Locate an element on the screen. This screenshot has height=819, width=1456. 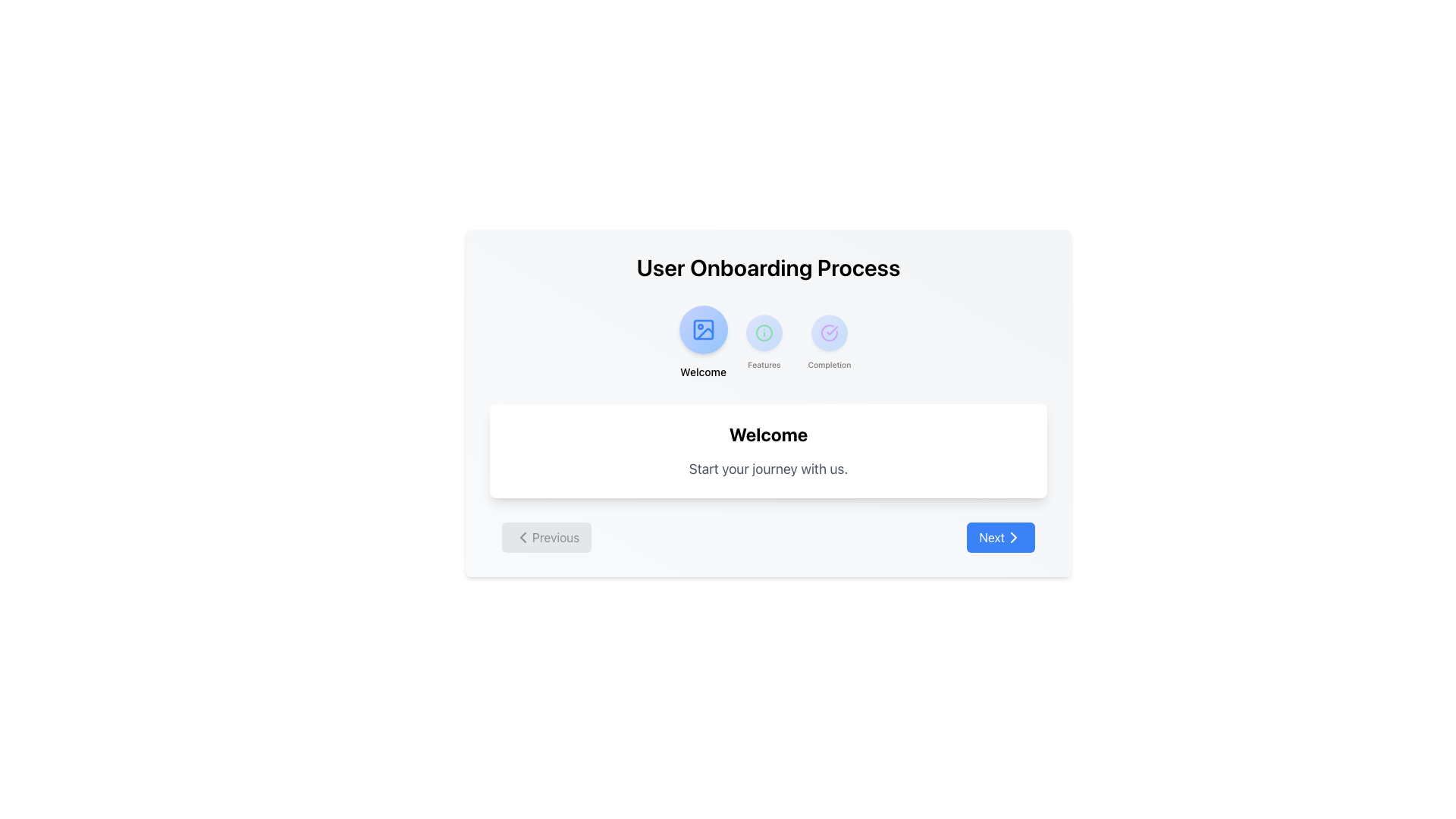
the left-pointing arrow SVG icon that is part of the 'Previous' button, which has a light gray background and is located at the bottom left of the page is located at coordinates (523, 537).